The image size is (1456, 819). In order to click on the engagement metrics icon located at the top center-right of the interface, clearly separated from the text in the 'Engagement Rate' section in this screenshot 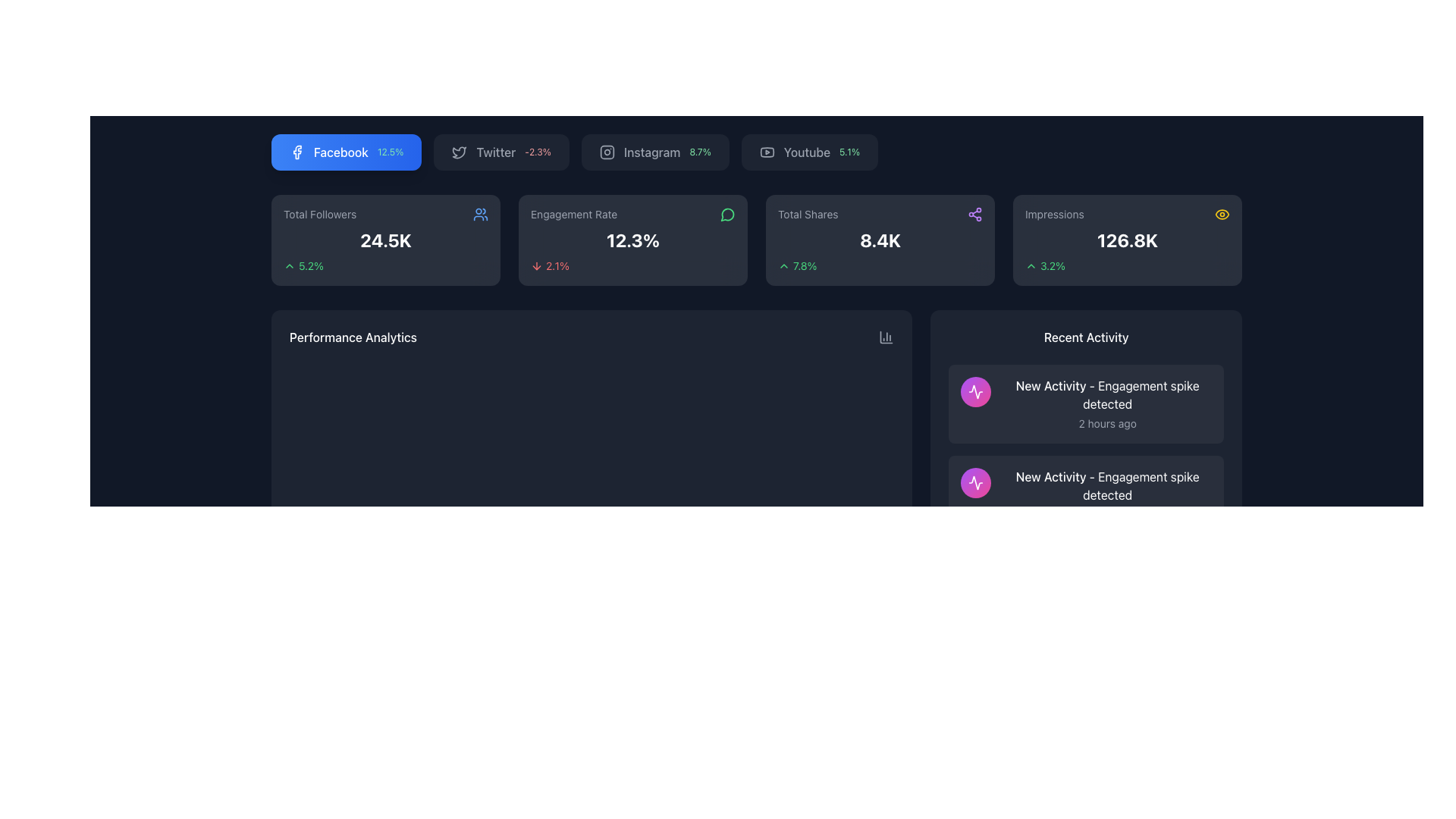, I will do `click(726, 215)`.